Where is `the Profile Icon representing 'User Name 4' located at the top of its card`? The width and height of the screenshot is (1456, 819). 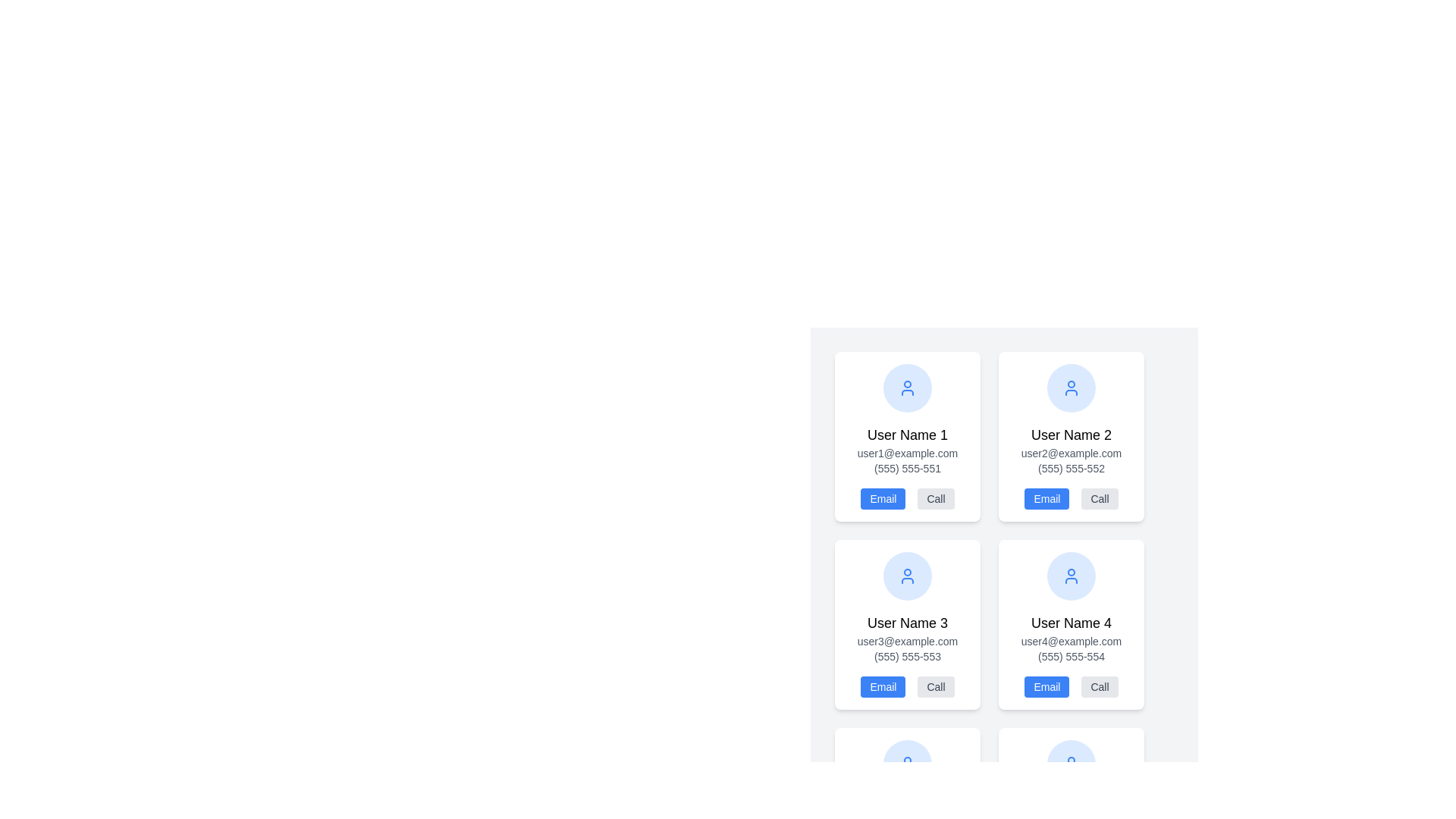
the Profile Icon representing 'User Name 4' located at the top of its card is located at coordinates (1070, 576).